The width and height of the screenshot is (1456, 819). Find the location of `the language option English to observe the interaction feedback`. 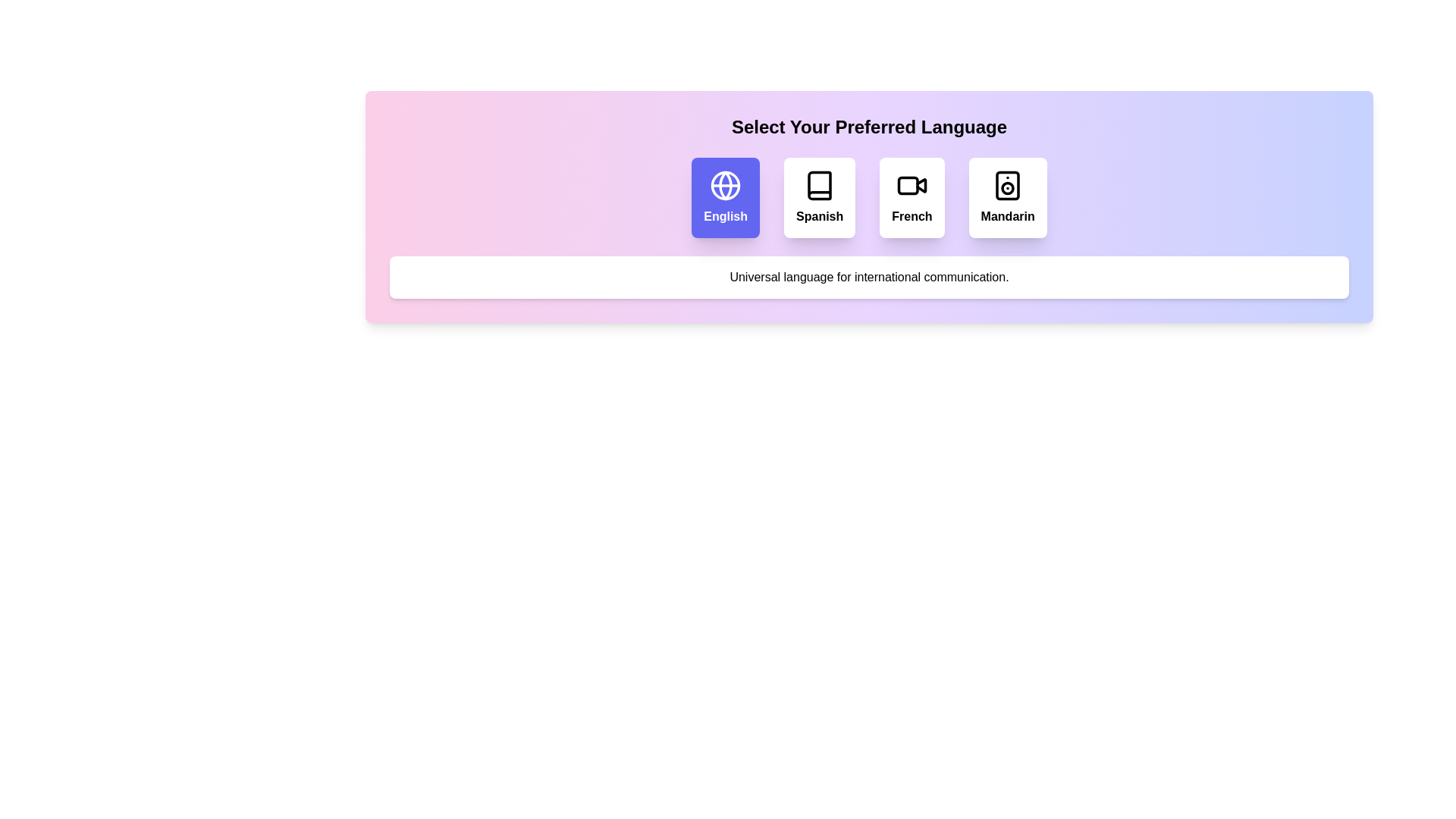

the language option English to observe the interaction feedback is located at coordinates (724, 197).